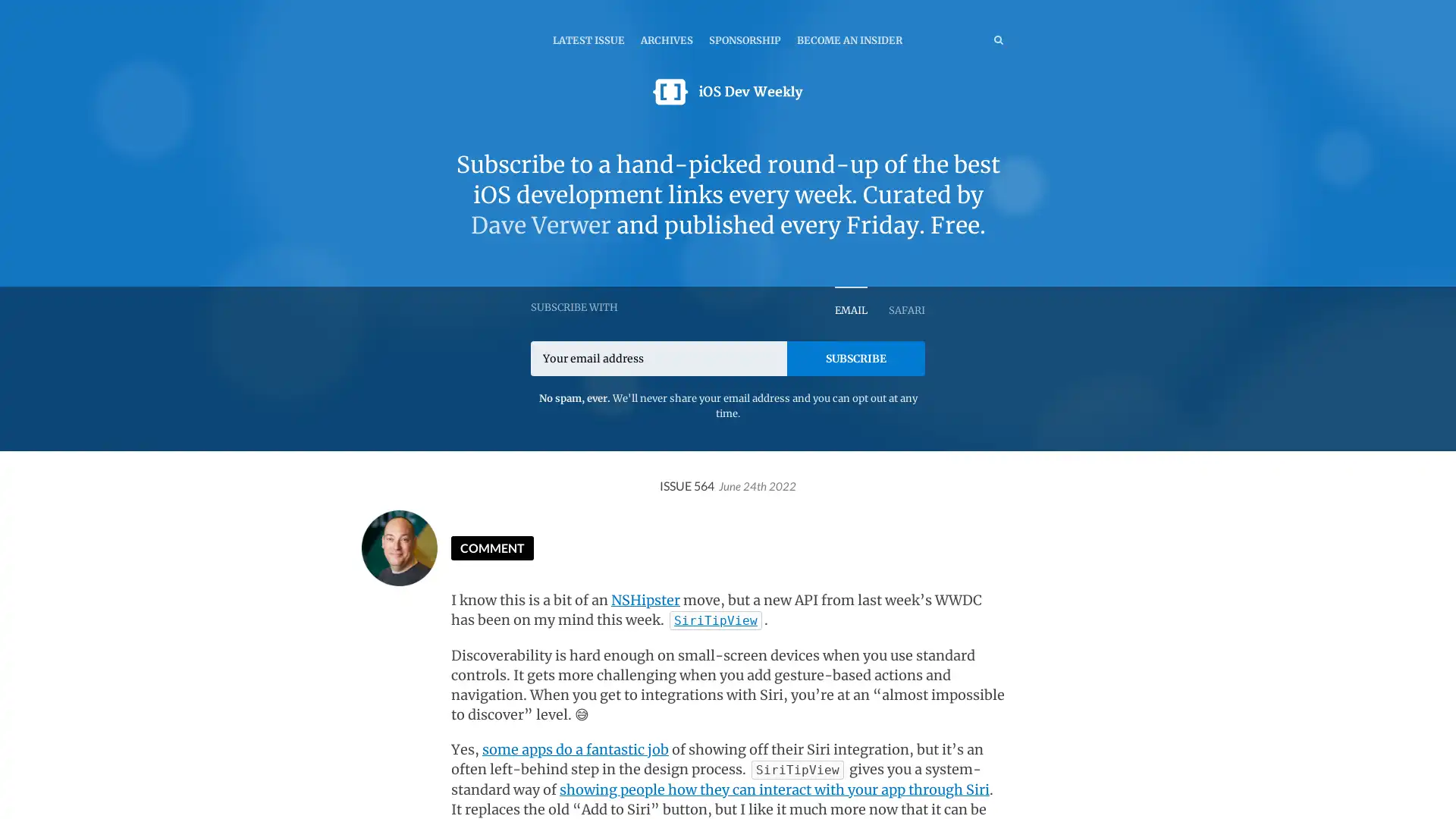 The image size is (1456, 819). I want to click on SAFARI, so click(906, 305).